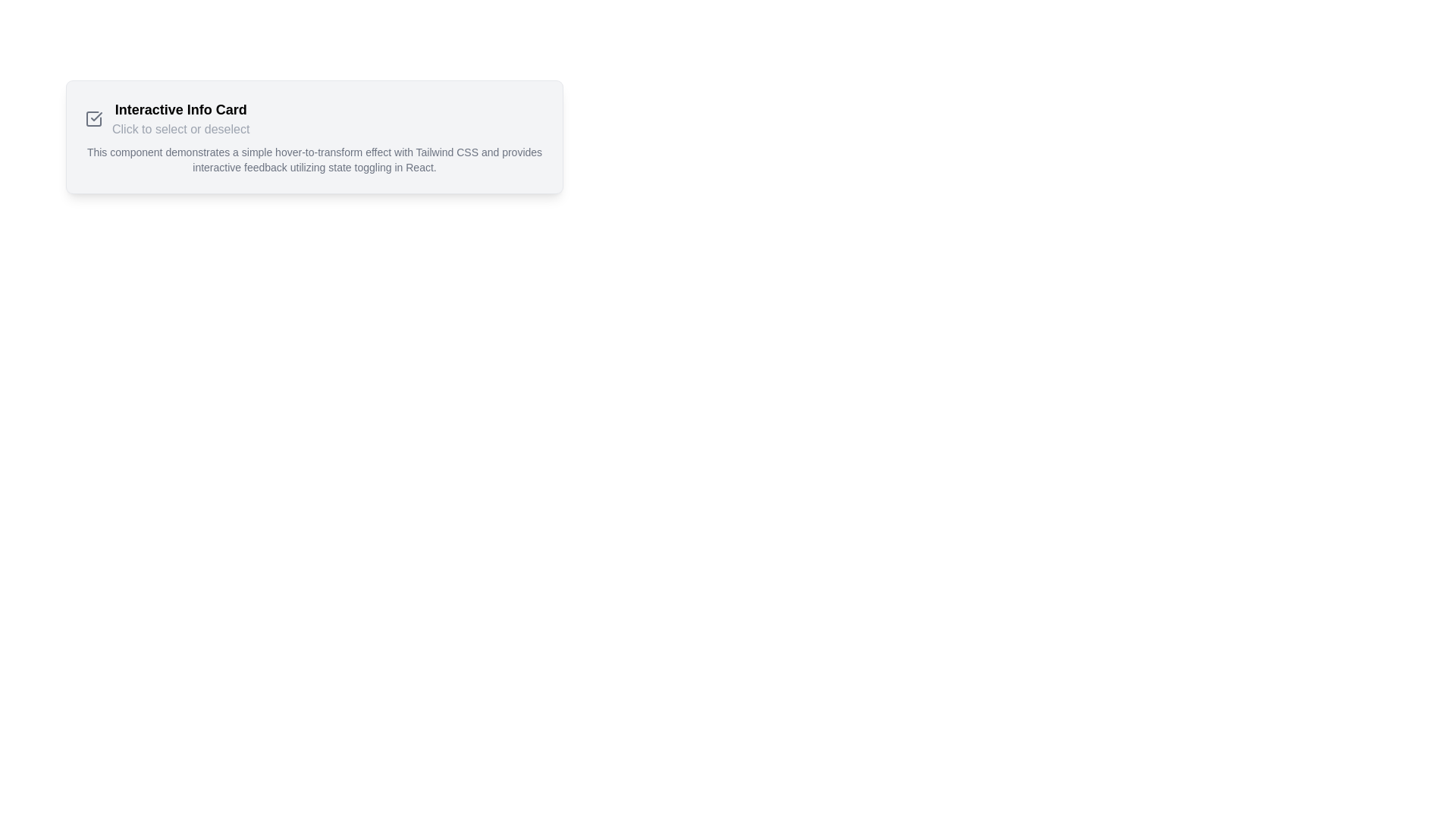  I want to click on the small check mark icon contained within the larger square icon, located in the top-left region of the card adjacent to the card's title, so click(96, 116).